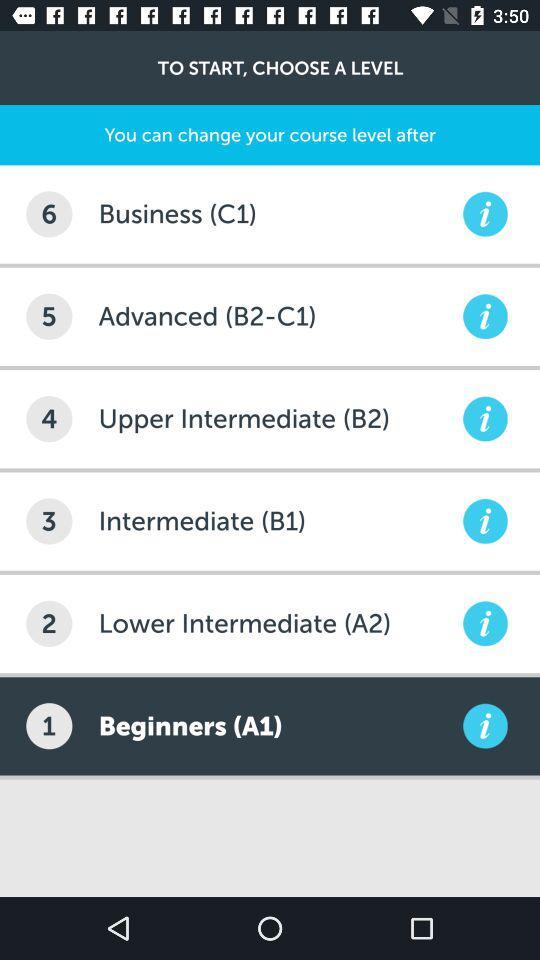 The width and height of the screenshot is (540, 960). I want to click on more information, so click(484, 520).